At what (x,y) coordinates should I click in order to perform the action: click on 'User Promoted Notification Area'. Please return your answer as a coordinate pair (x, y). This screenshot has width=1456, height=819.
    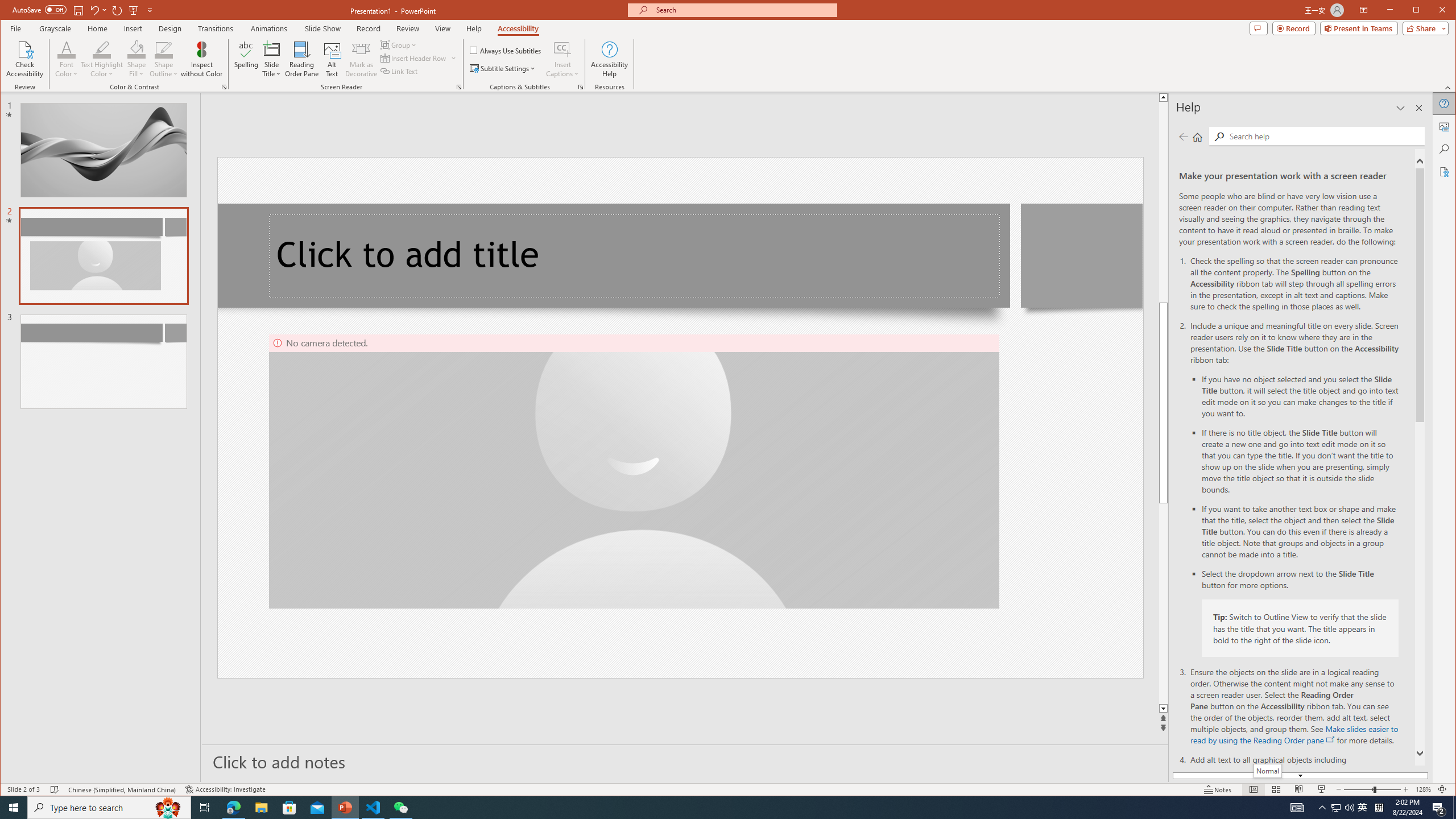
    Looking at the image, I should click on (1363, 806).